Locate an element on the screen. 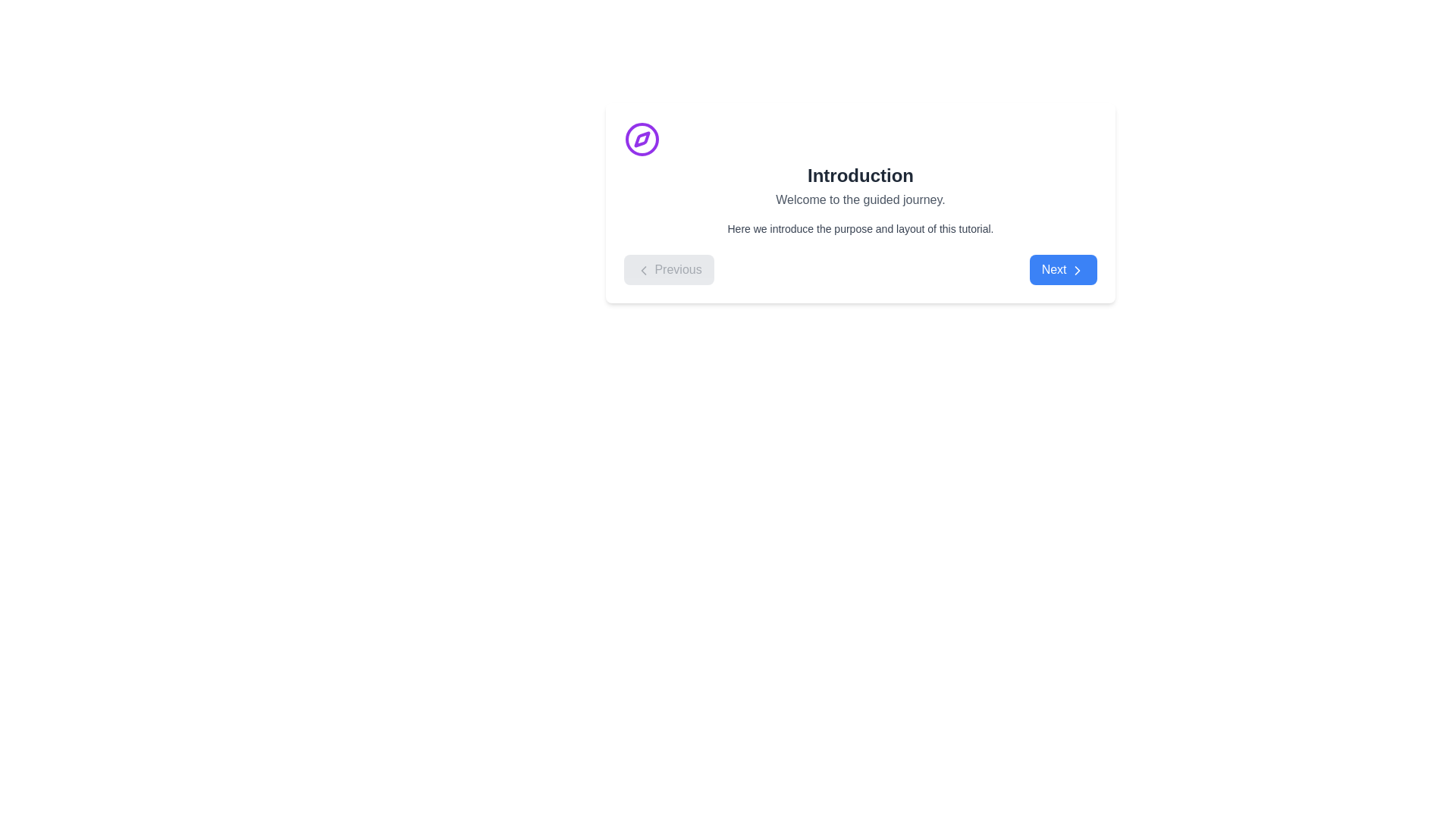  the left-pointing chevron arrow icon is located at coordinates (644, 268).